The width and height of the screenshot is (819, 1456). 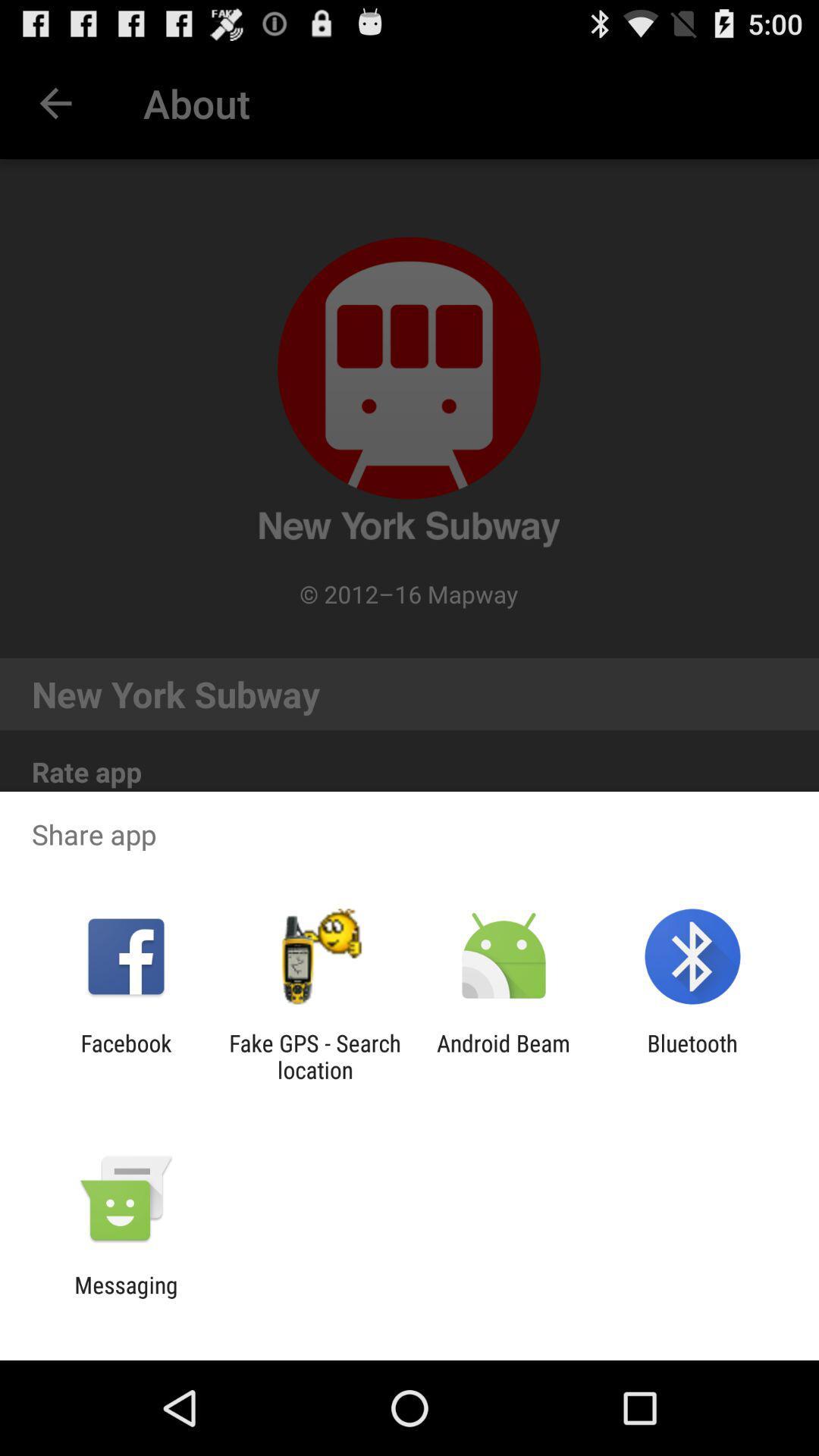 What do you see at coordinates (504, 1056) in the screenshot?
I see `the item next to bluetooth item` at bounding box center [504, 1056].